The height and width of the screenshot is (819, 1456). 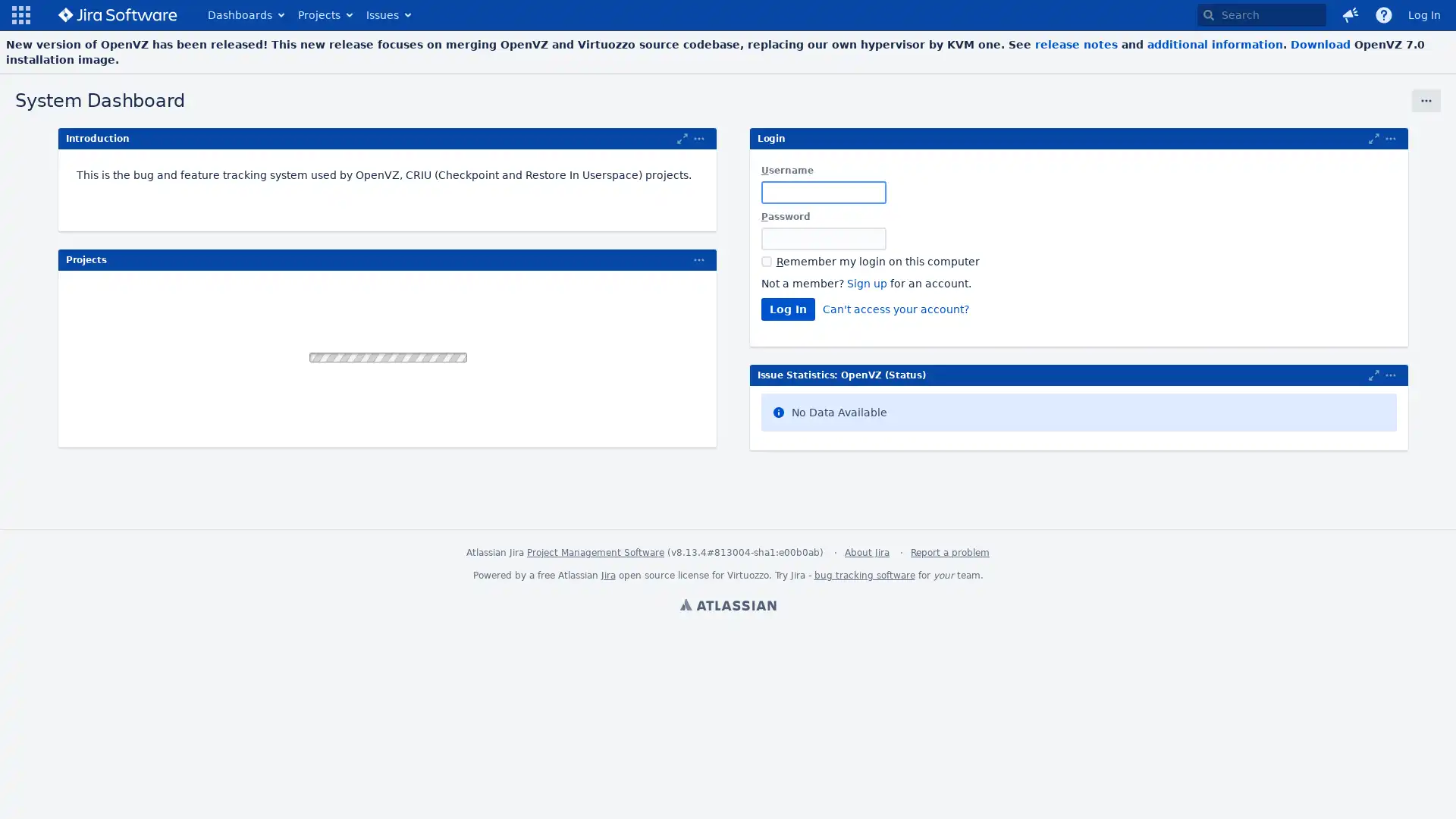 I want to click on Expand, so click(x=1405, y=138).